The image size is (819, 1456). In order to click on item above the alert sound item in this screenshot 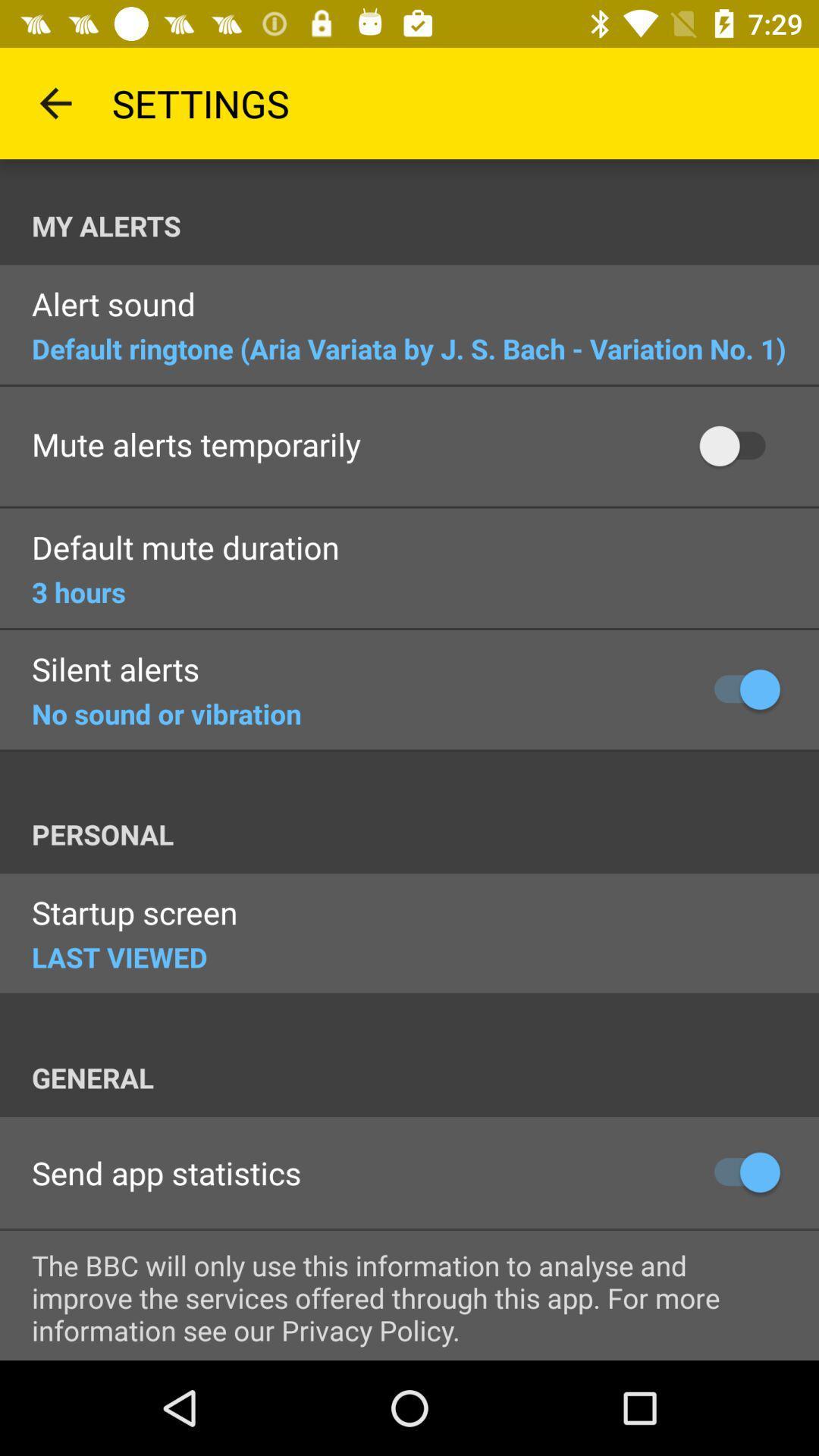, I will do `click(425, 224)`.